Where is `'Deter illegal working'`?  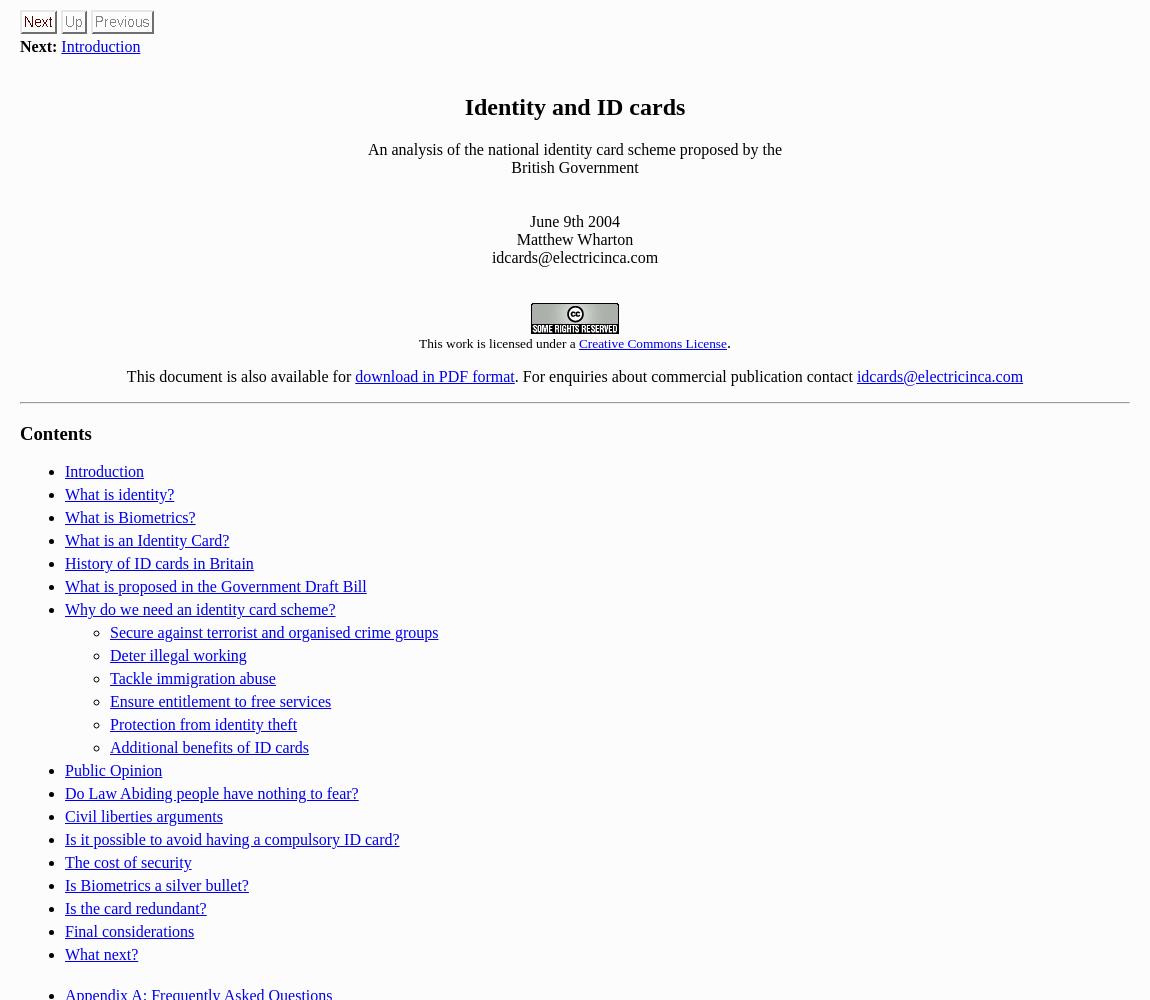 'Deter illegal working' is located at coordinates (177, 655).